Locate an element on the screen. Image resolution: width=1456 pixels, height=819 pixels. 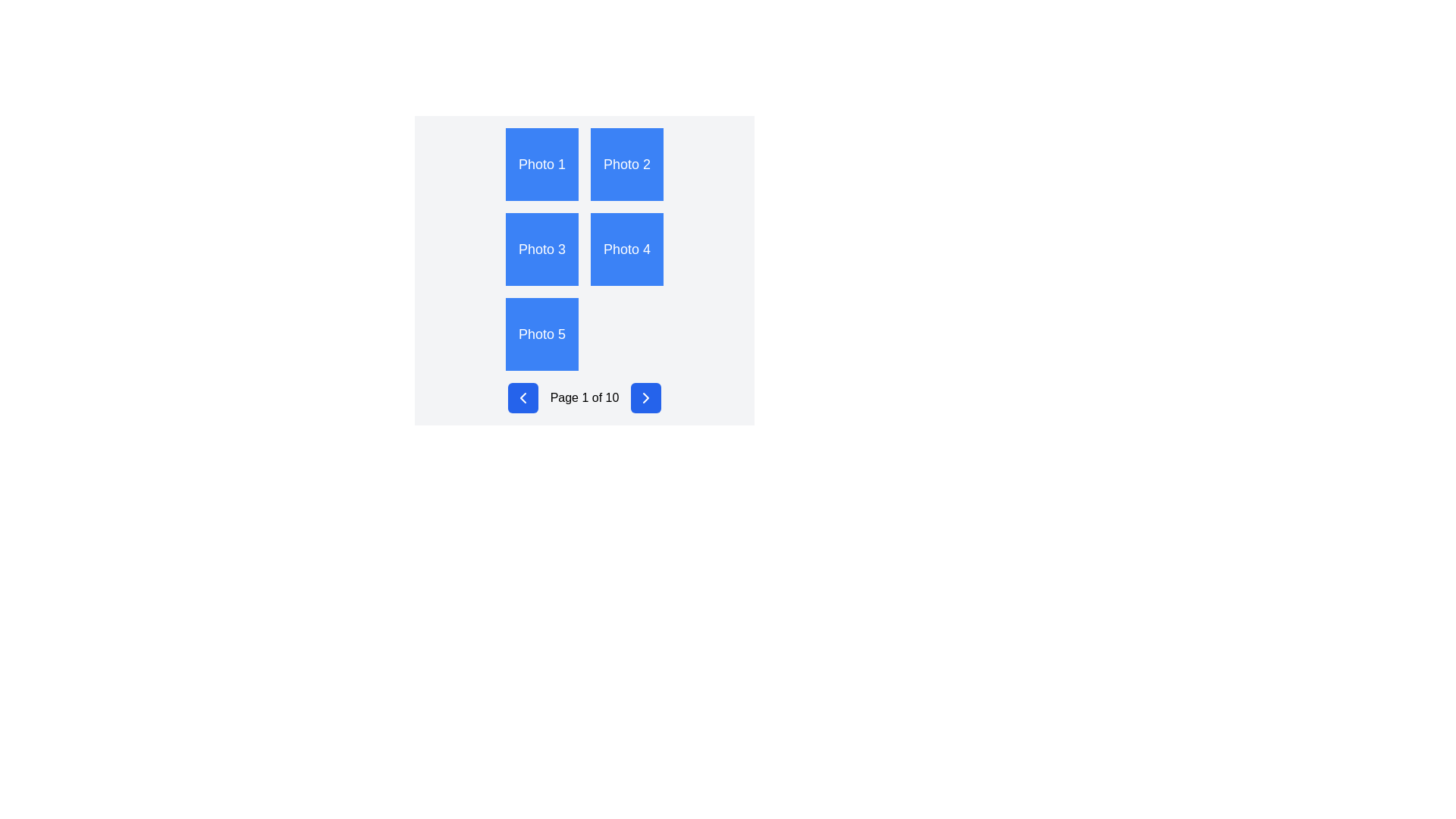
the button labeled 'Photo 4', which is located on the right side of the second row in a grid layout of photo options is located at coordinates (626, 248).